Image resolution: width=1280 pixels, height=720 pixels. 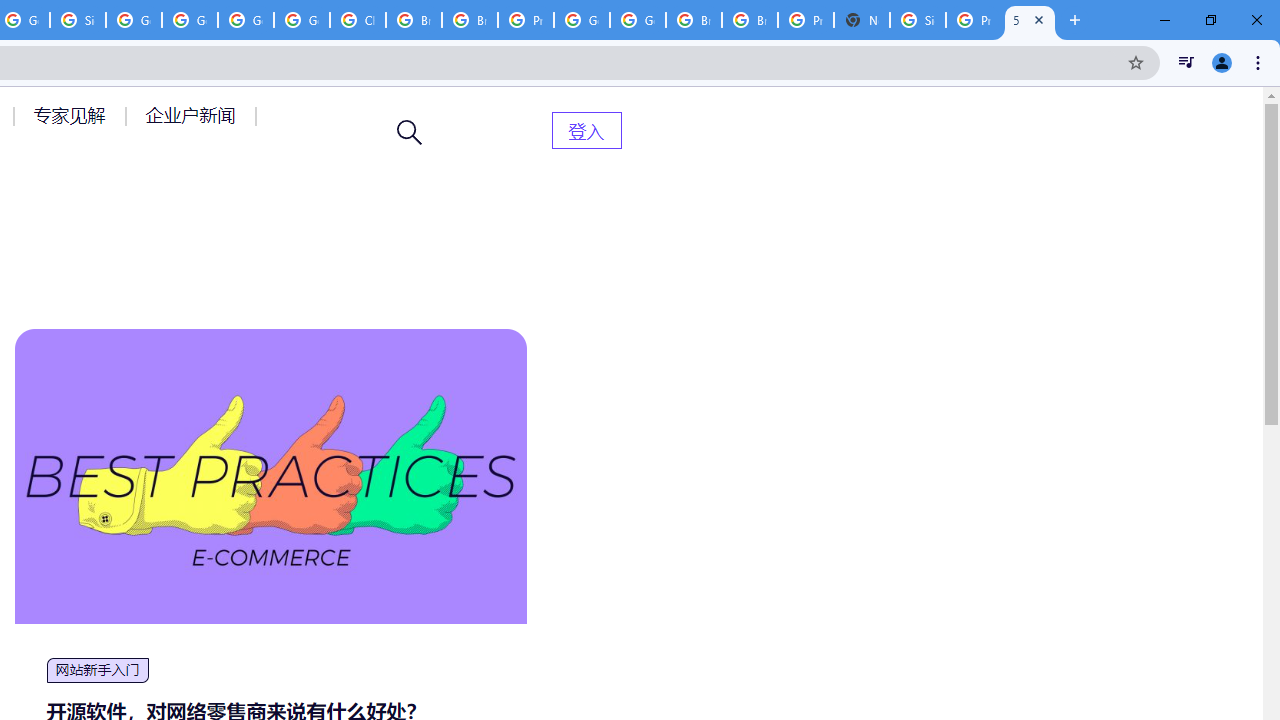 I want to click on 'Control your music, videos, and more', so click(x=1185, y=61).